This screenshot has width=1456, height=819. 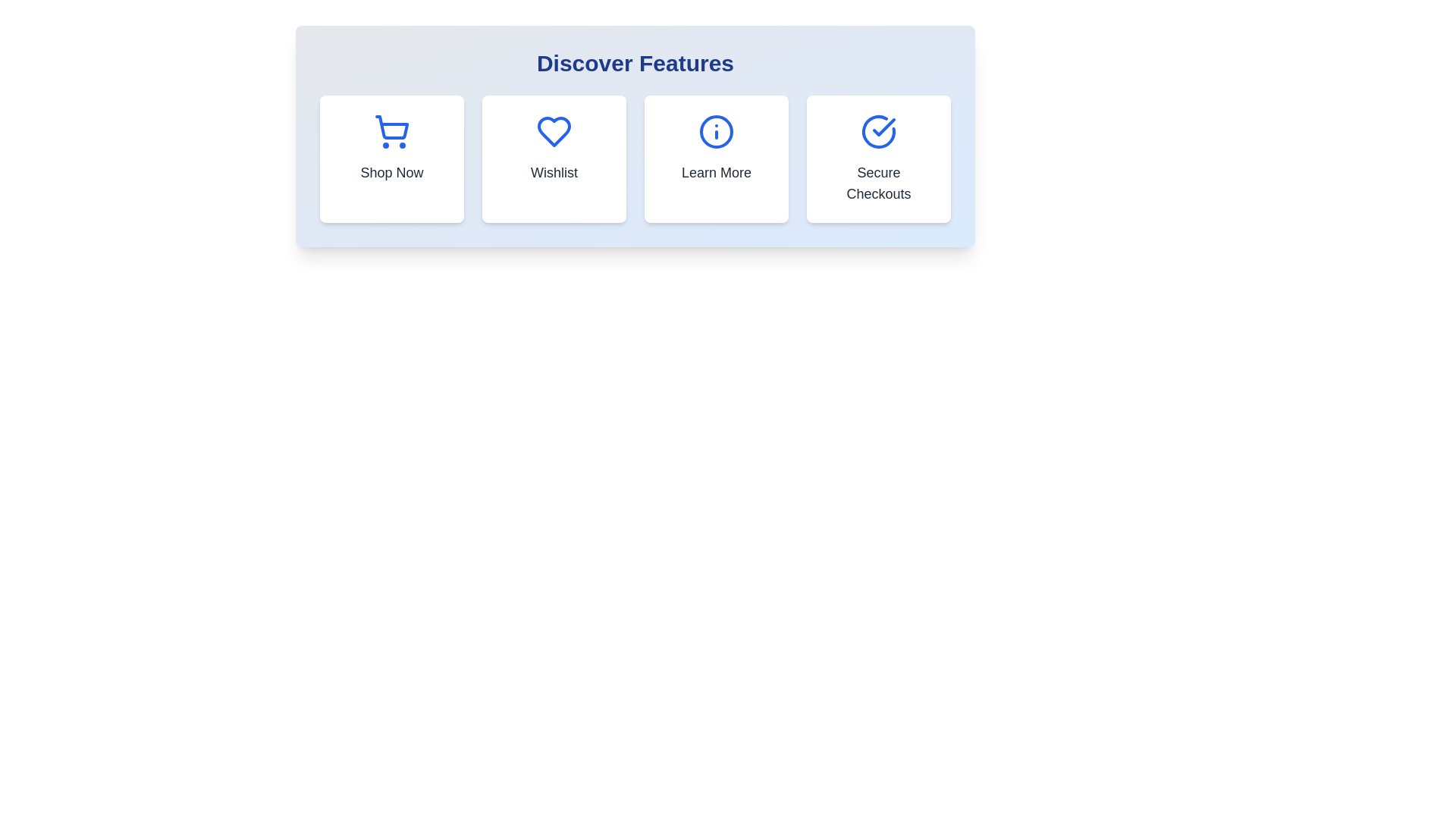 I want to click on the heart icon with blue strokes in the 'Wishlist' card, which is the second card in the row of feature cards under 'Discover Features', so click(x=553, y=130).